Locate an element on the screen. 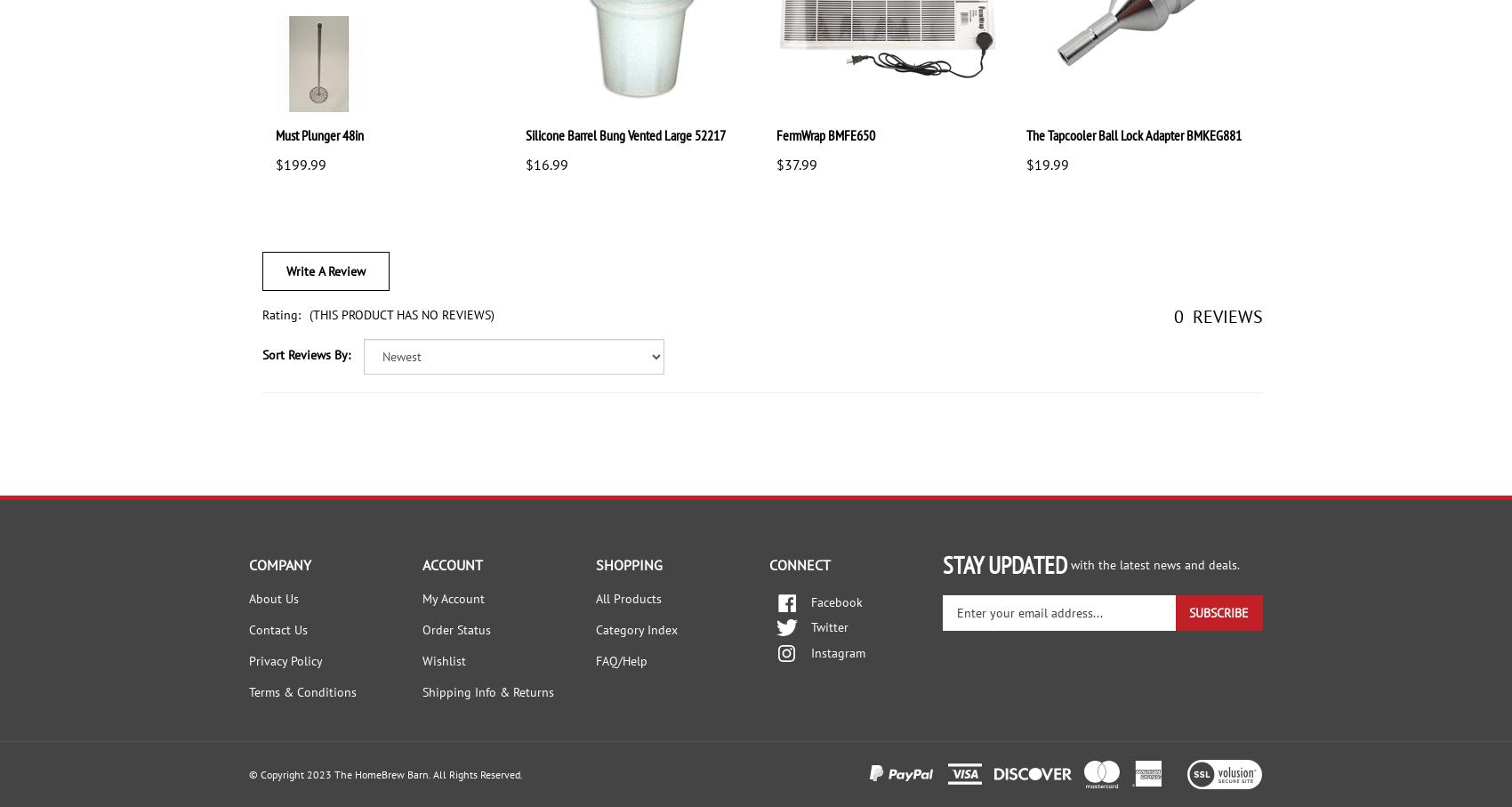  'ACCOUNT' is located at coordinates (452, 563).